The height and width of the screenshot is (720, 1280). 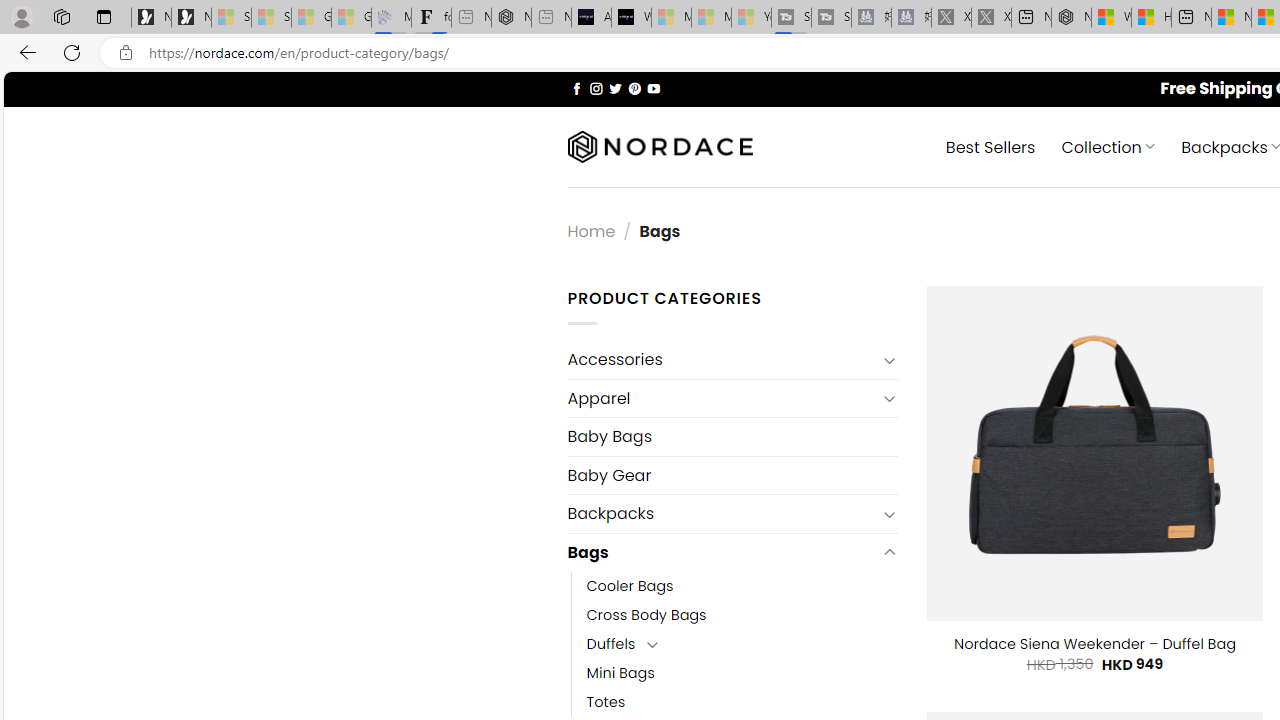 I want to click on 'Microsoft Start - Sleeping', so click(x=711, y=17).